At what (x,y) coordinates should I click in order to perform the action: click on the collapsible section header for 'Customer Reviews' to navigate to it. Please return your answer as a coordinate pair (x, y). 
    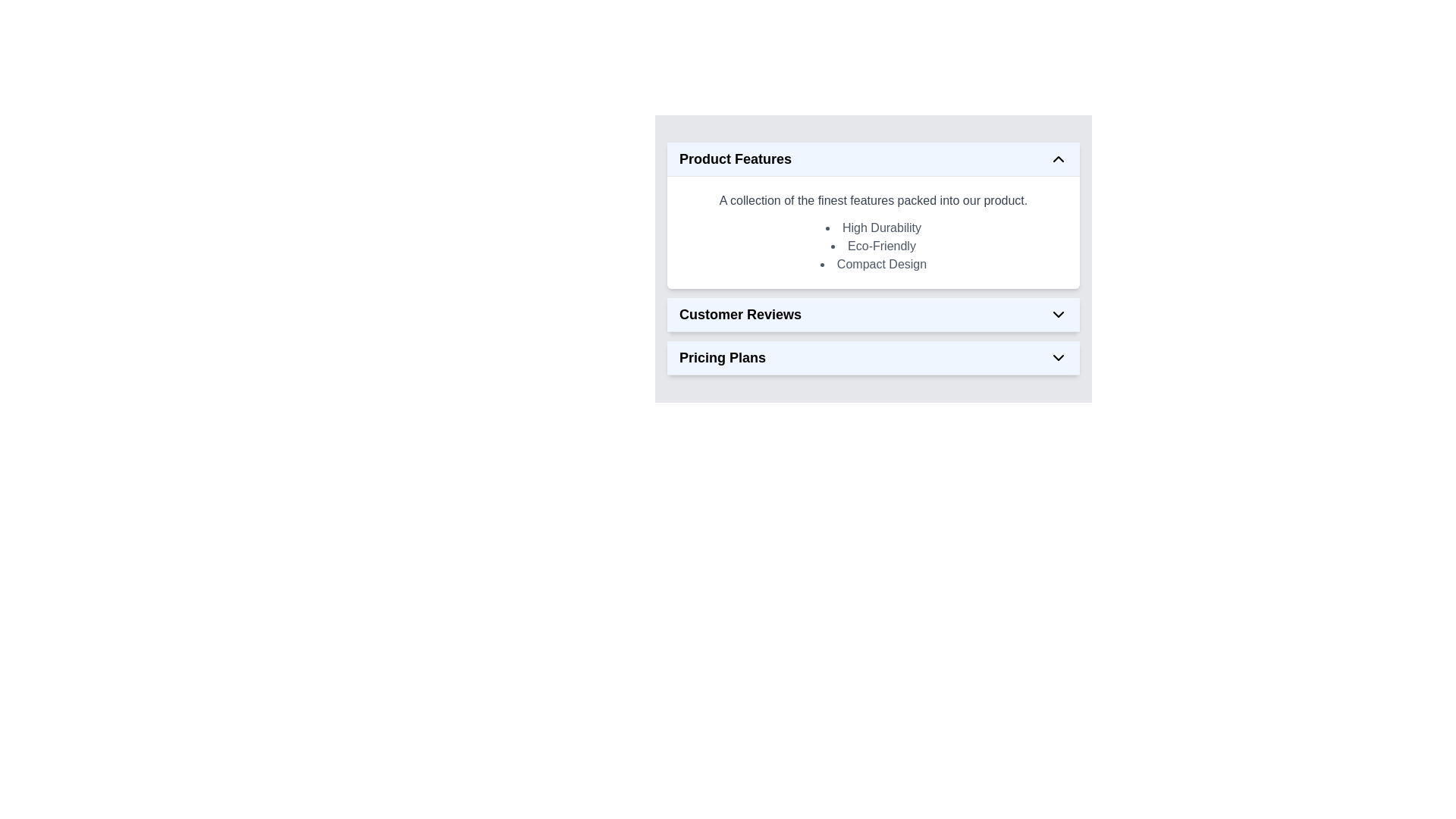
    Looking at the image, I should click on (874, 314).